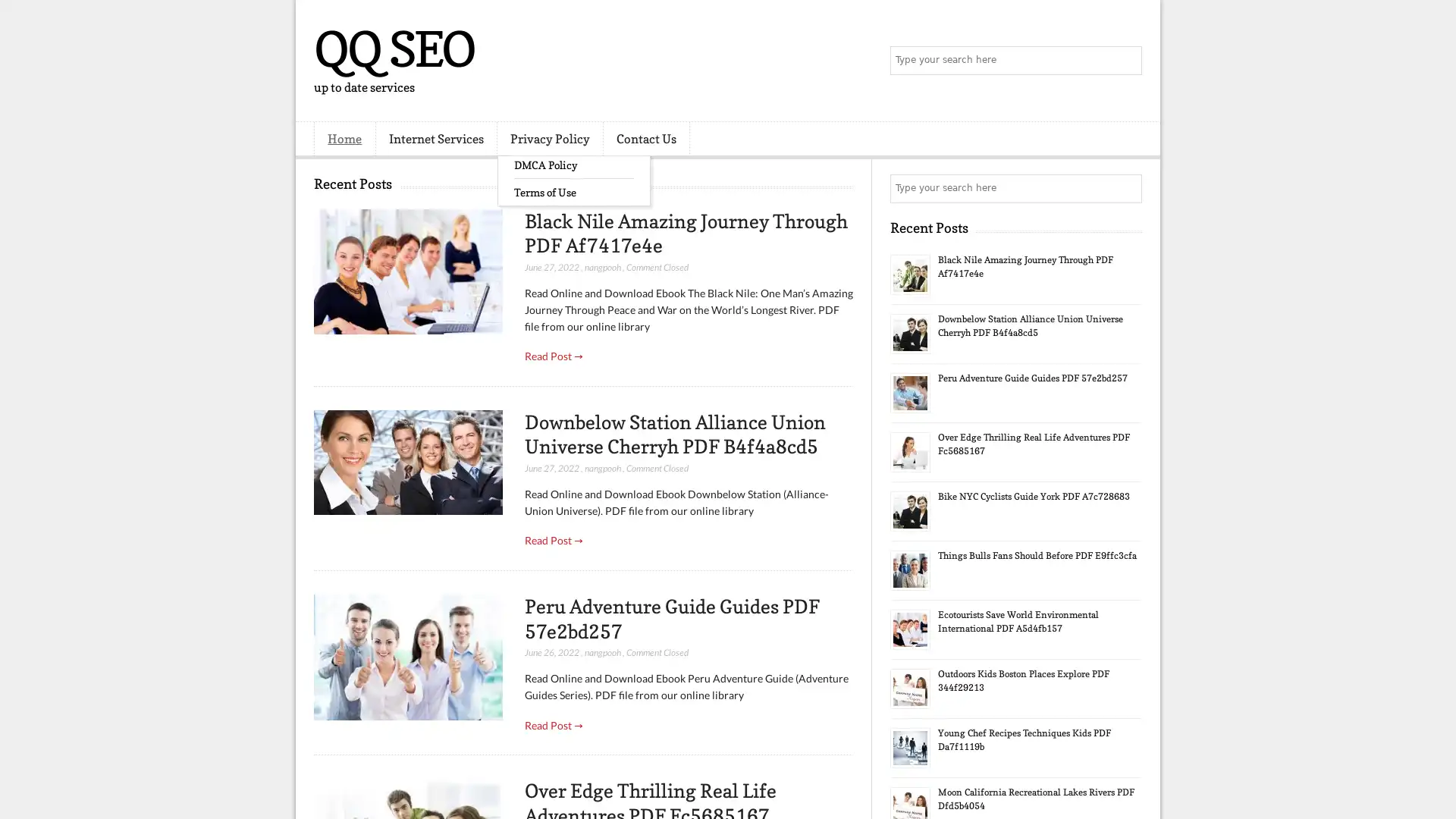 The width and height of the screenshot is (1456, 819). What do you see at coordinates (1126, 61) in the screenshot?
I see `Search` at bounding box center [1126, 61].